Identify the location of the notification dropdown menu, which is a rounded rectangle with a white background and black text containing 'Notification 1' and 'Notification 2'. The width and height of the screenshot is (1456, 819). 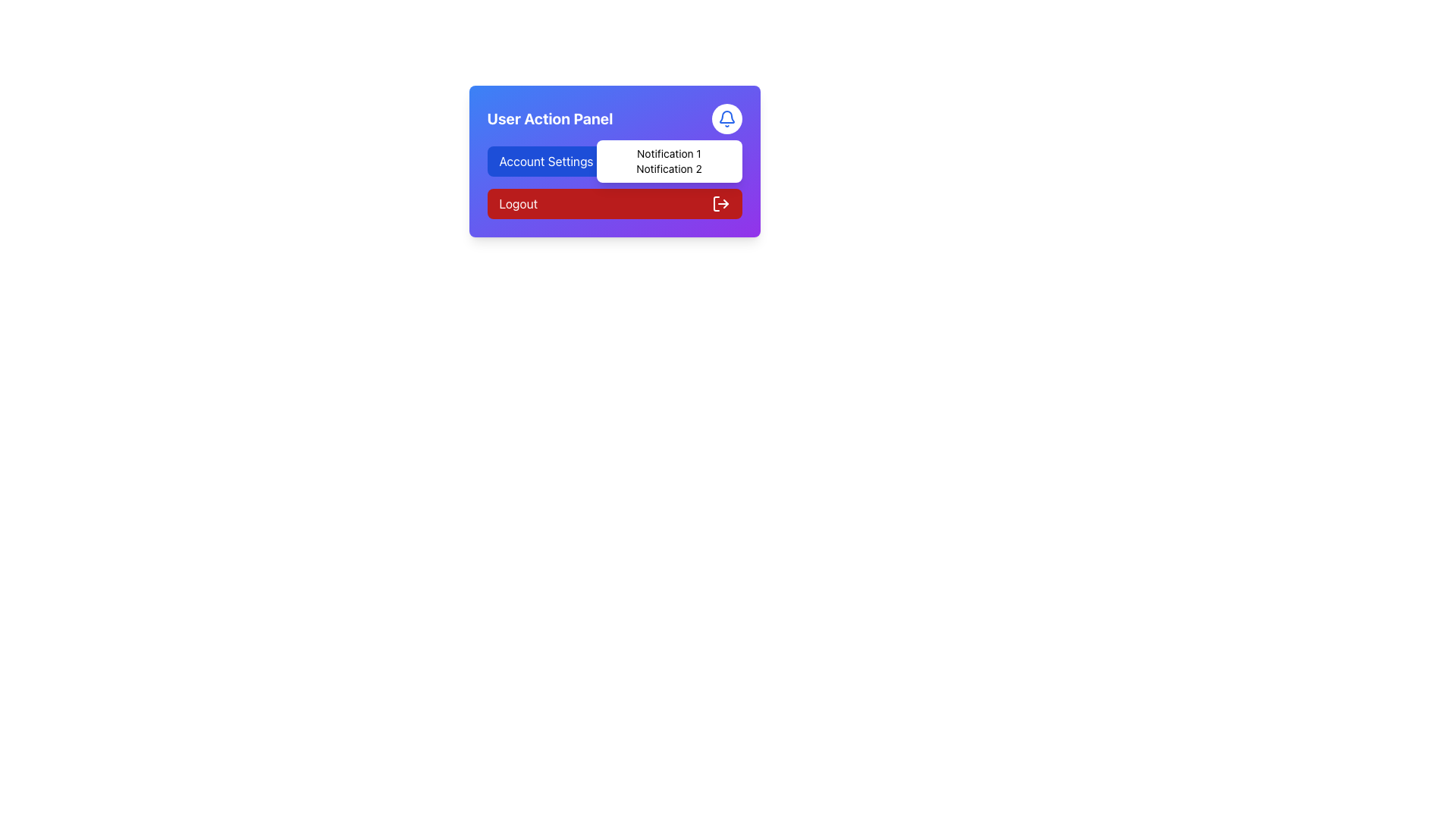
(668, 161).